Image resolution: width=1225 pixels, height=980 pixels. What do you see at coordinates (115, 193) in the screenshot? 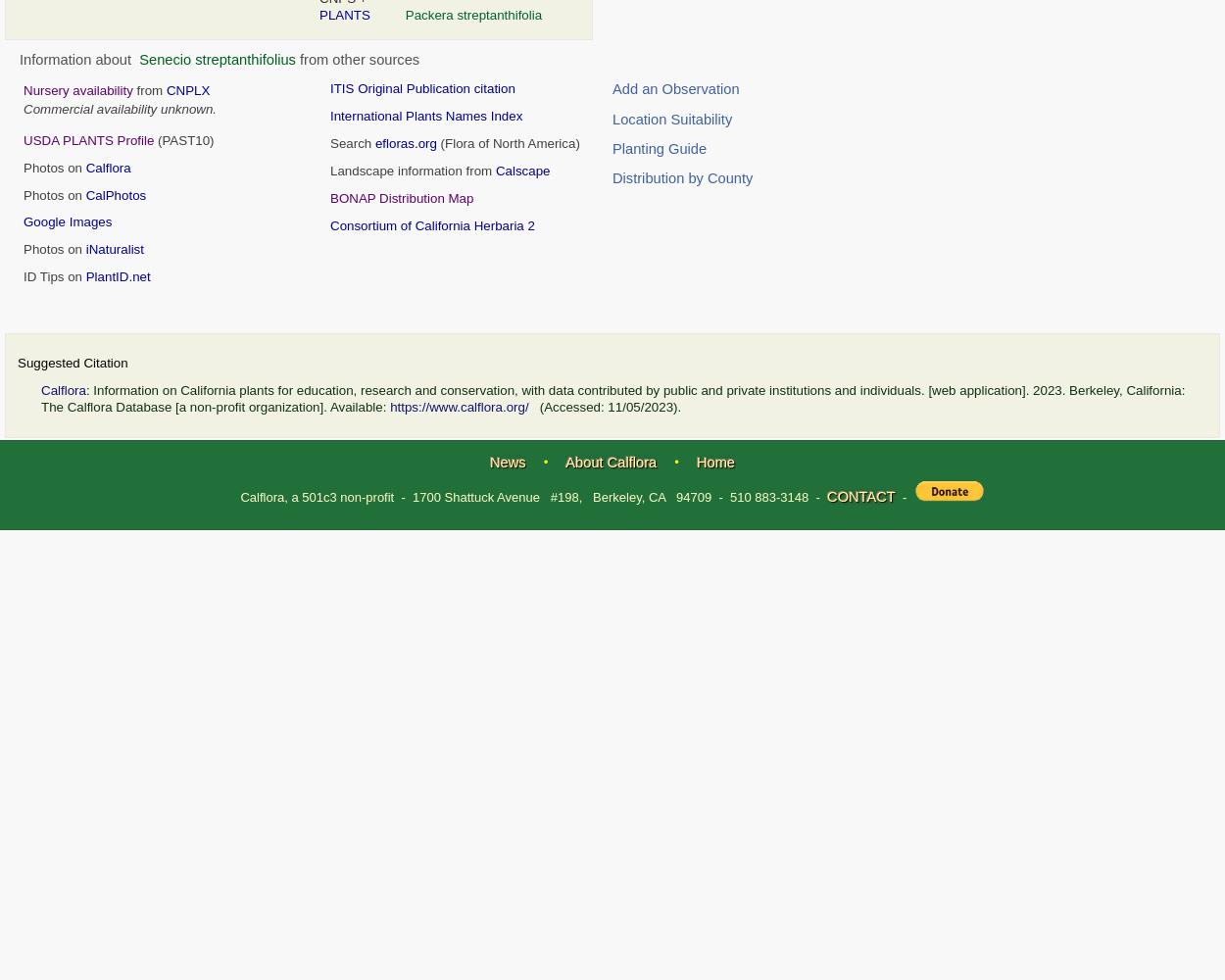
I see `'CalPhotos'` at bounding box center [115, 193].